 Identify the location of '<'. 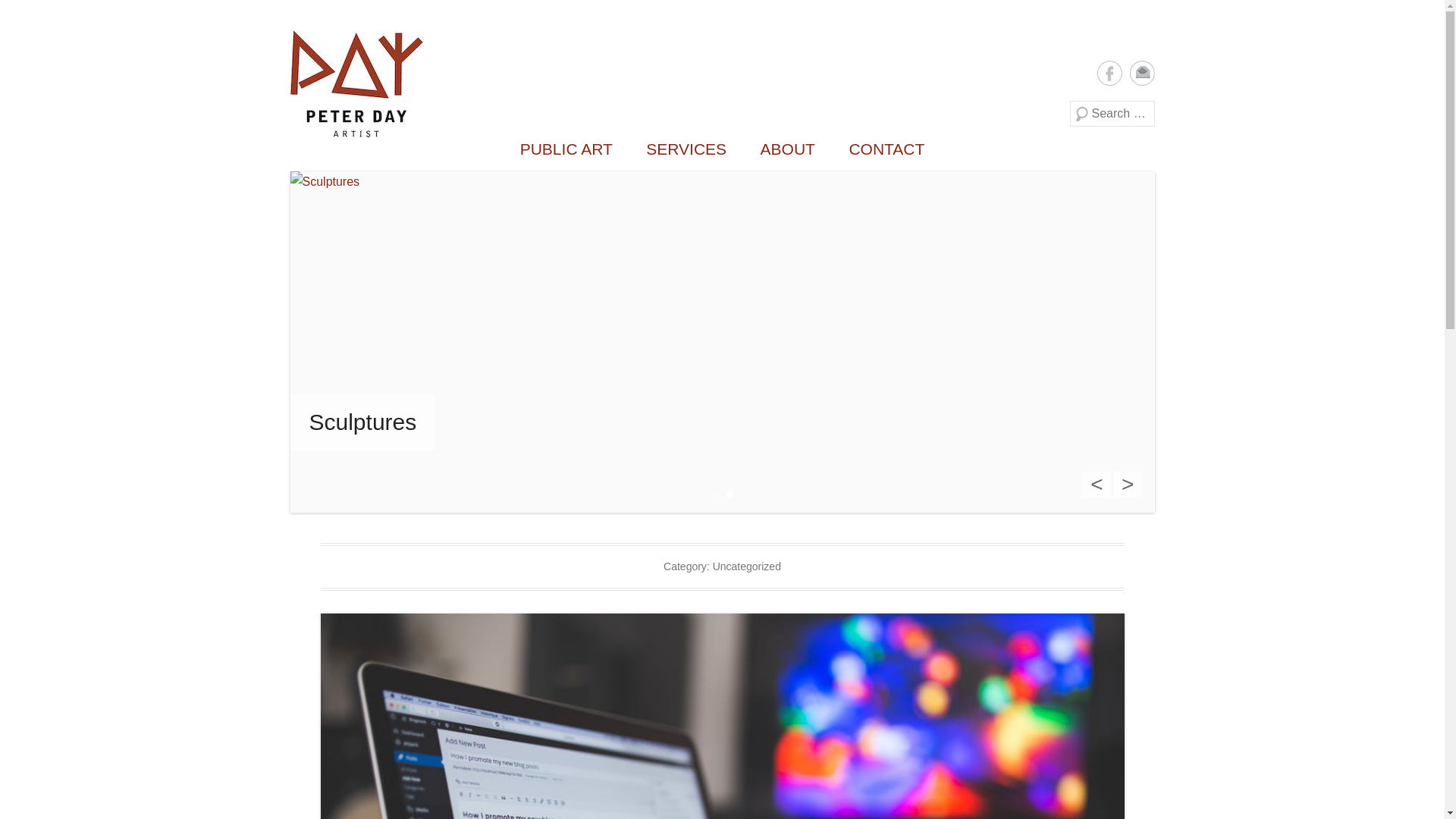
(1096, 484).